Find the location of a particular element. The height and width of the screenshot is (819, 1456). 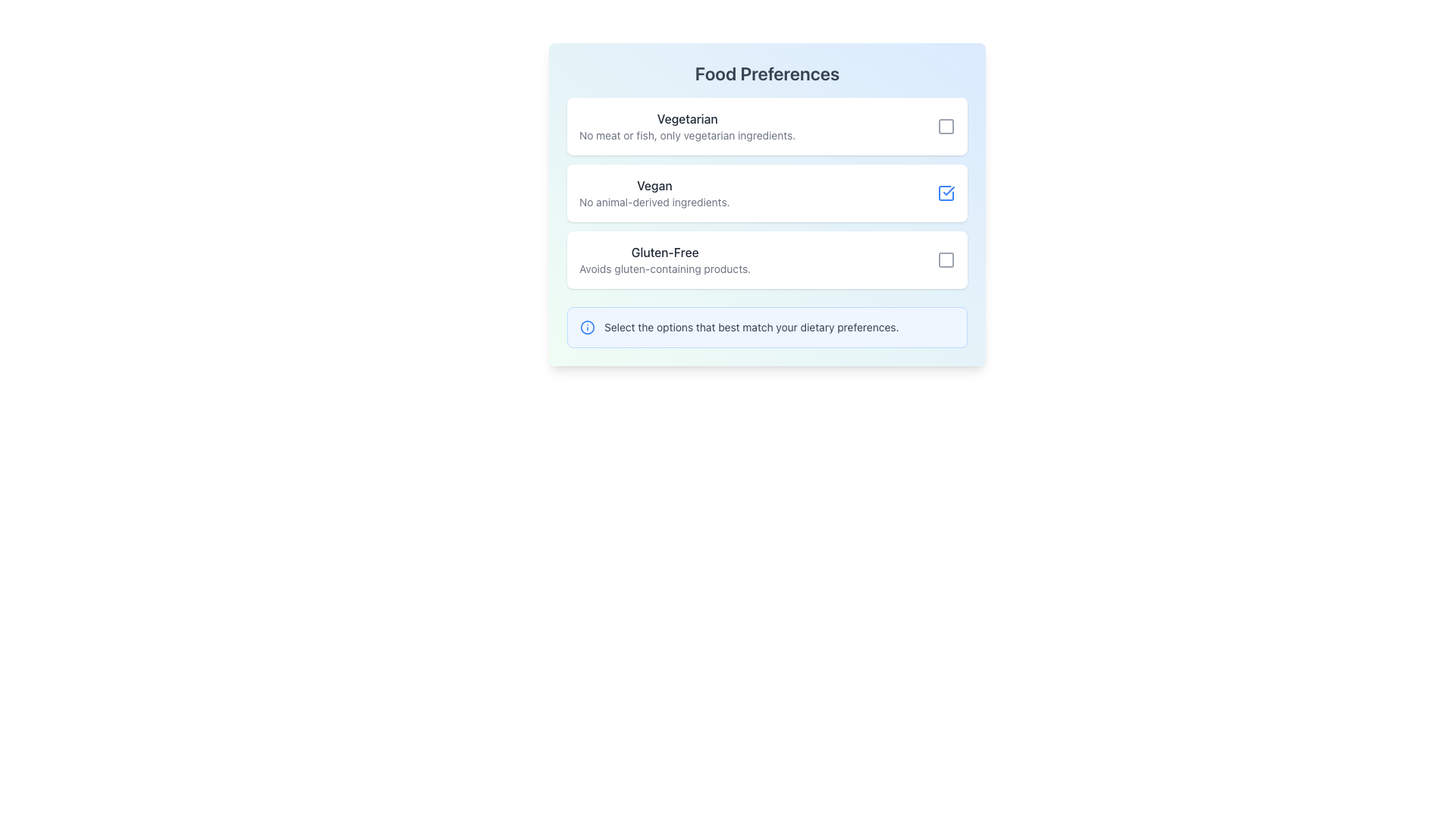

the inner part of the unselected checkbox for the 'Vegetarian' option in the 'Food Preferences' list is located at coordinates (946, 125).